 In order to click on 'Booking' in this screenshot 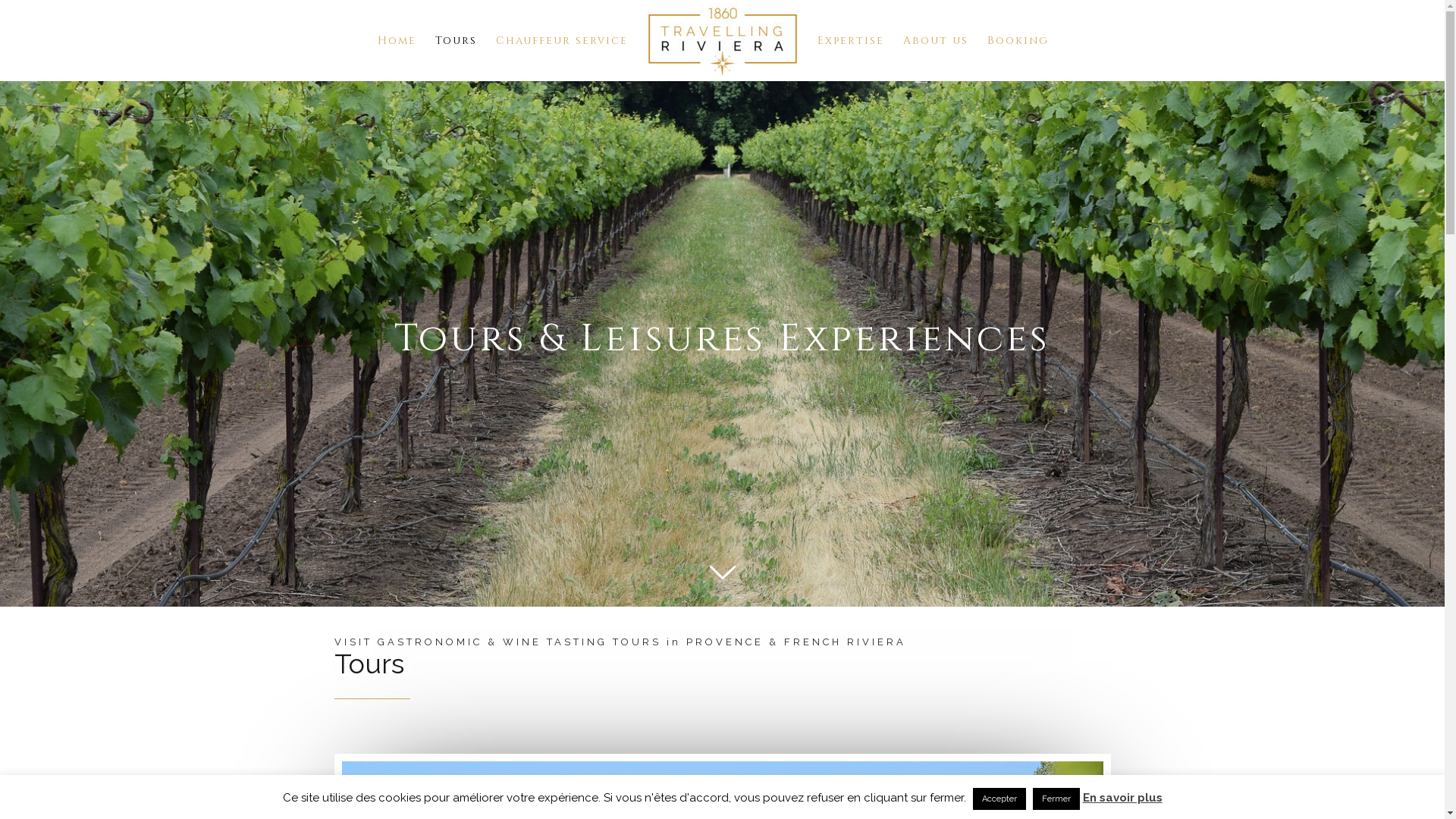, I will do `click(987, 40)`.